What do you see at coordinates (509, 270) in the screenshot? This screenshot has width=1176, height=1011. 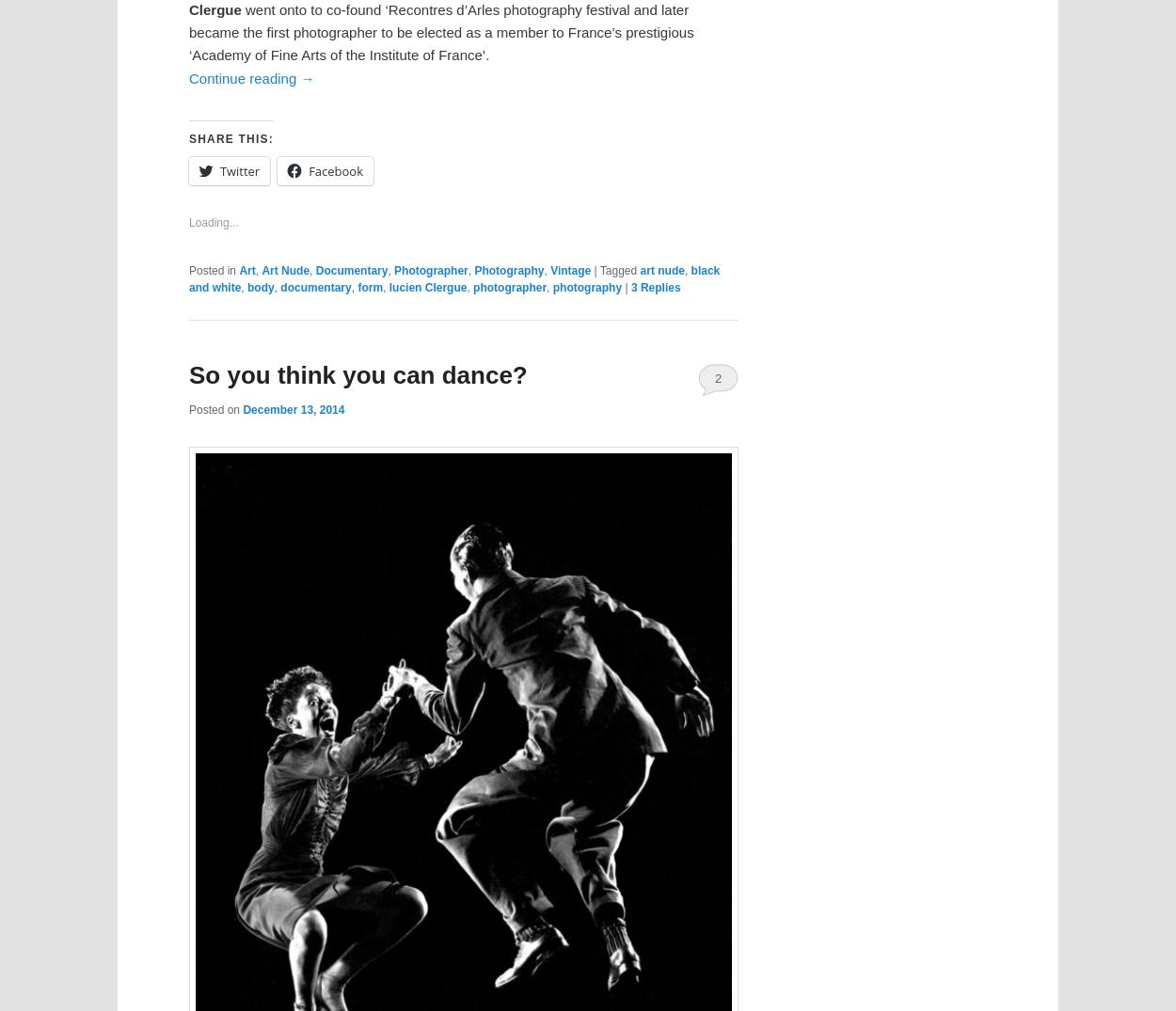 I see `'Photography'` at bounding box center [509, 270].